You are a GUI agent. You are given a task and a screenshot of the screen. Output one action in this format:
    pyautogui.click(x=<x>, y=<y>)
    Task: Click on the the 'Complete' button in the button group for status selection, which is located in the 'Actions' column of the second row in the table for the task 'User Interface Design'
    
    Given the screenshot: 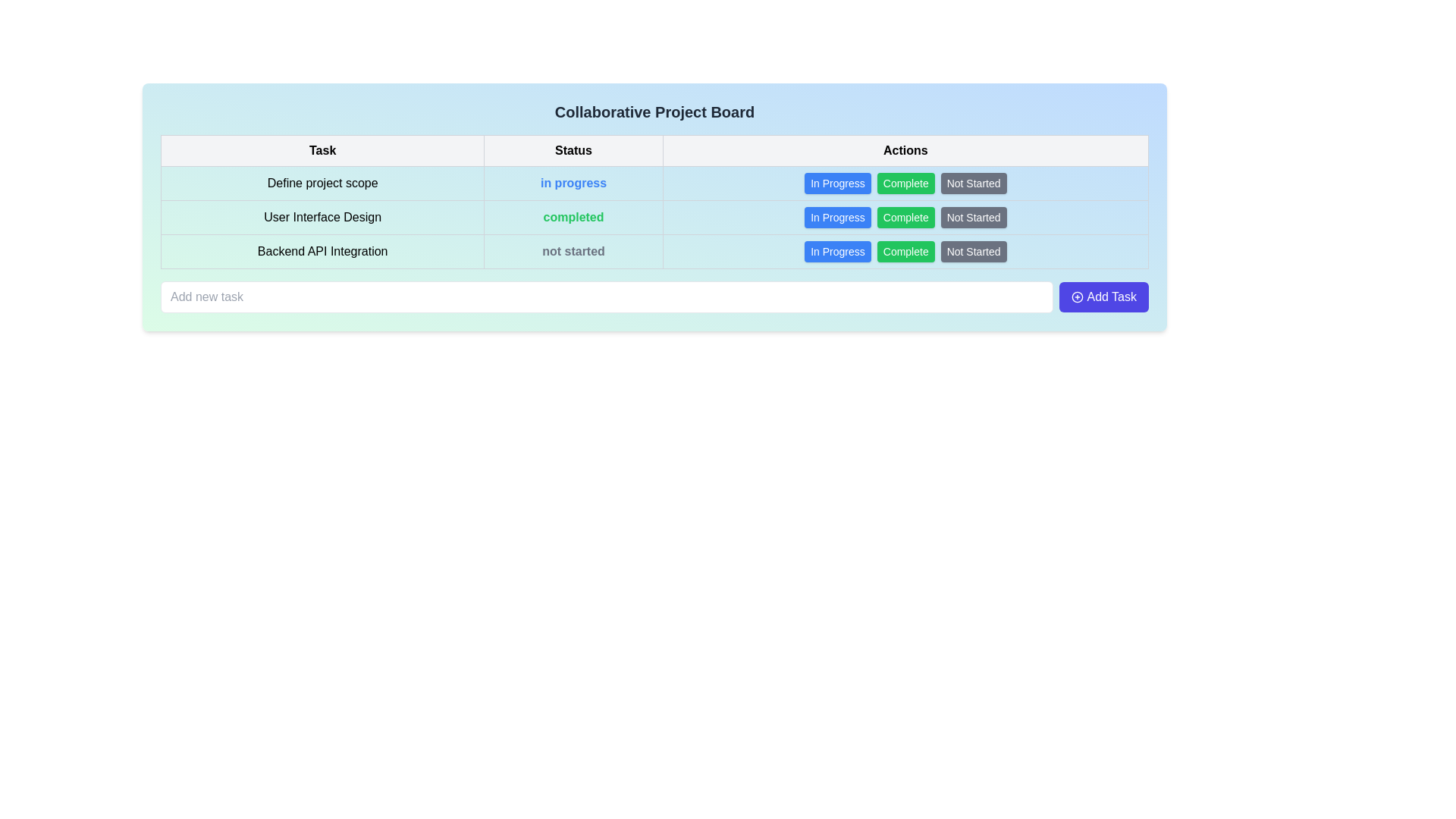 What is the action you would take?
    pyautogui.click(x=905, y=217)
    